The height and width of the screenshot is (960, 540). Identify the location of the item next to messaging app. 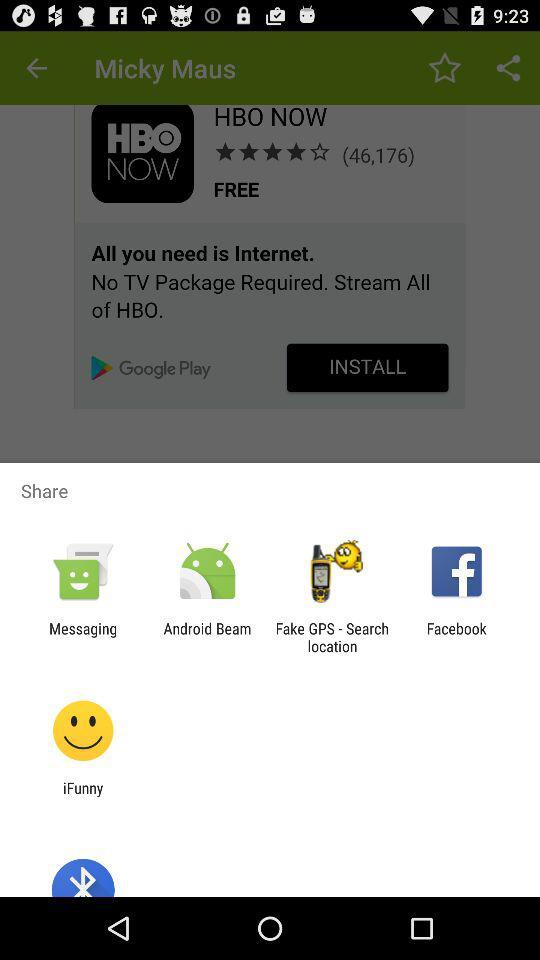
(206, 636).